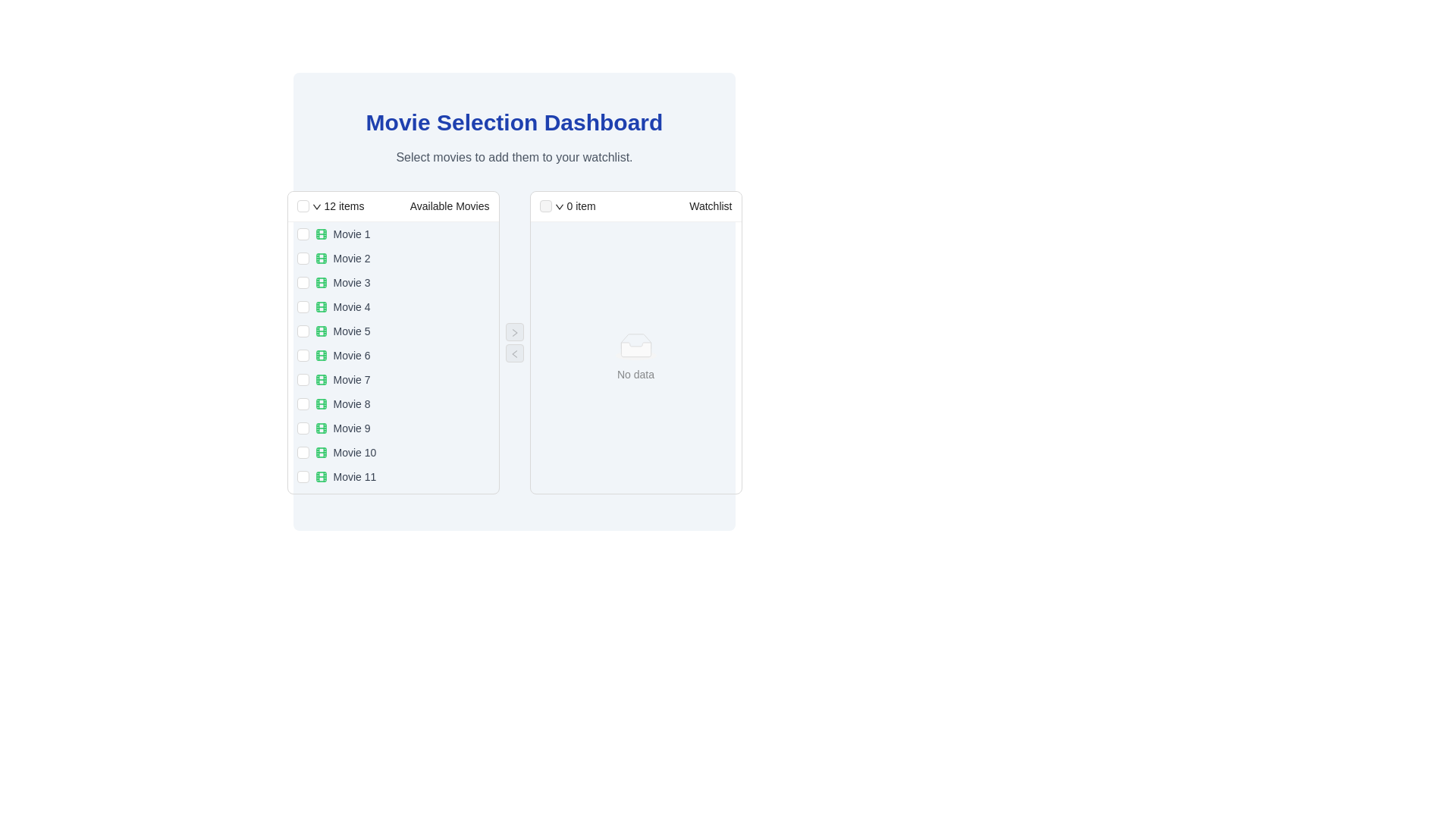 Image resolution: width=1456 pixels, height=819 pixels. I want to click on the icon located in the header of the right-side column labeled 'Watchlist', next to the '0 item' text, so click(558, 207).